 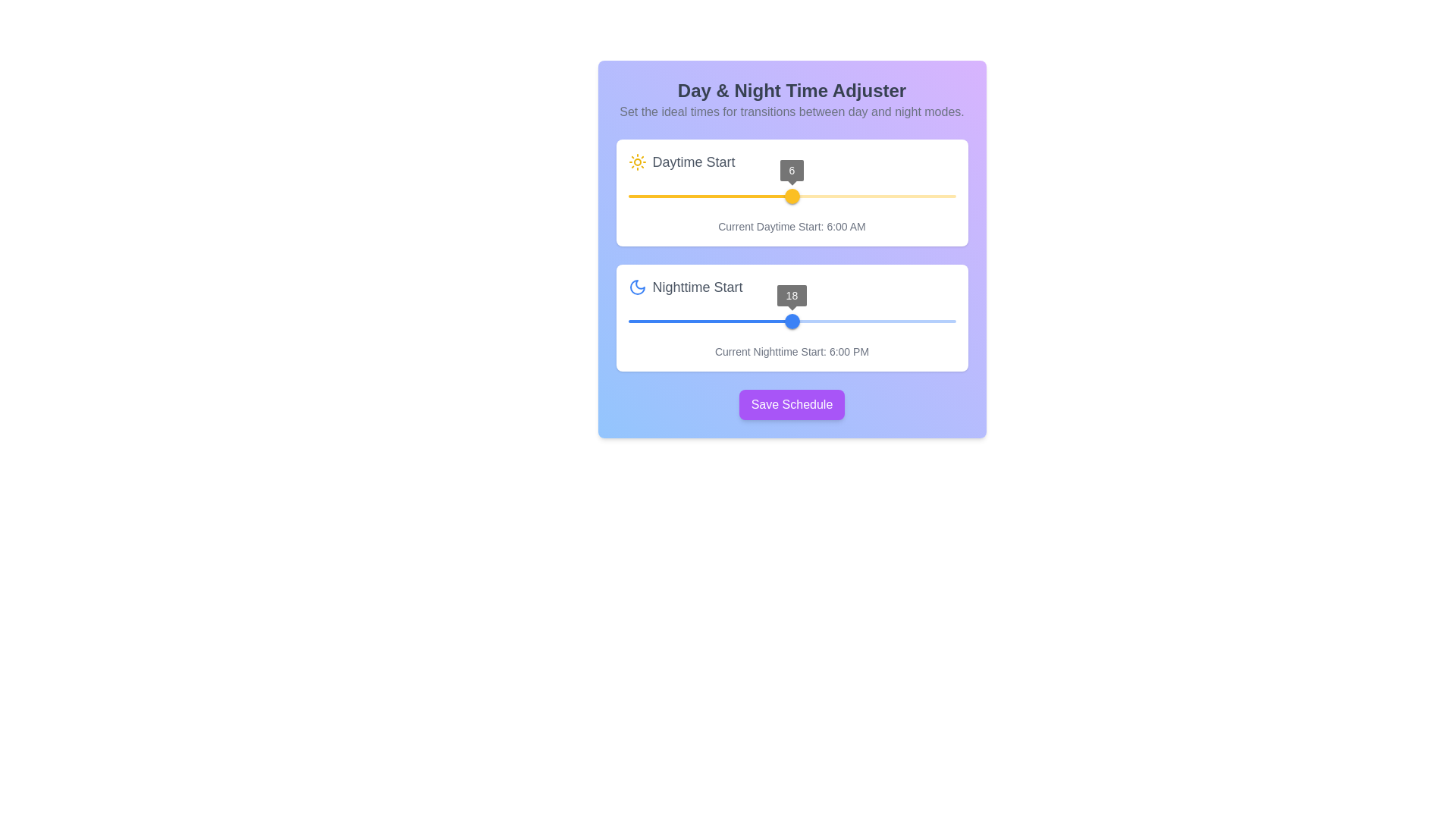 I want to click on header text 'Day & Night Time Adjuster' which is displayed in bold, large dark gray font at the top center of the card-like interface, so click(x=791, y=90).